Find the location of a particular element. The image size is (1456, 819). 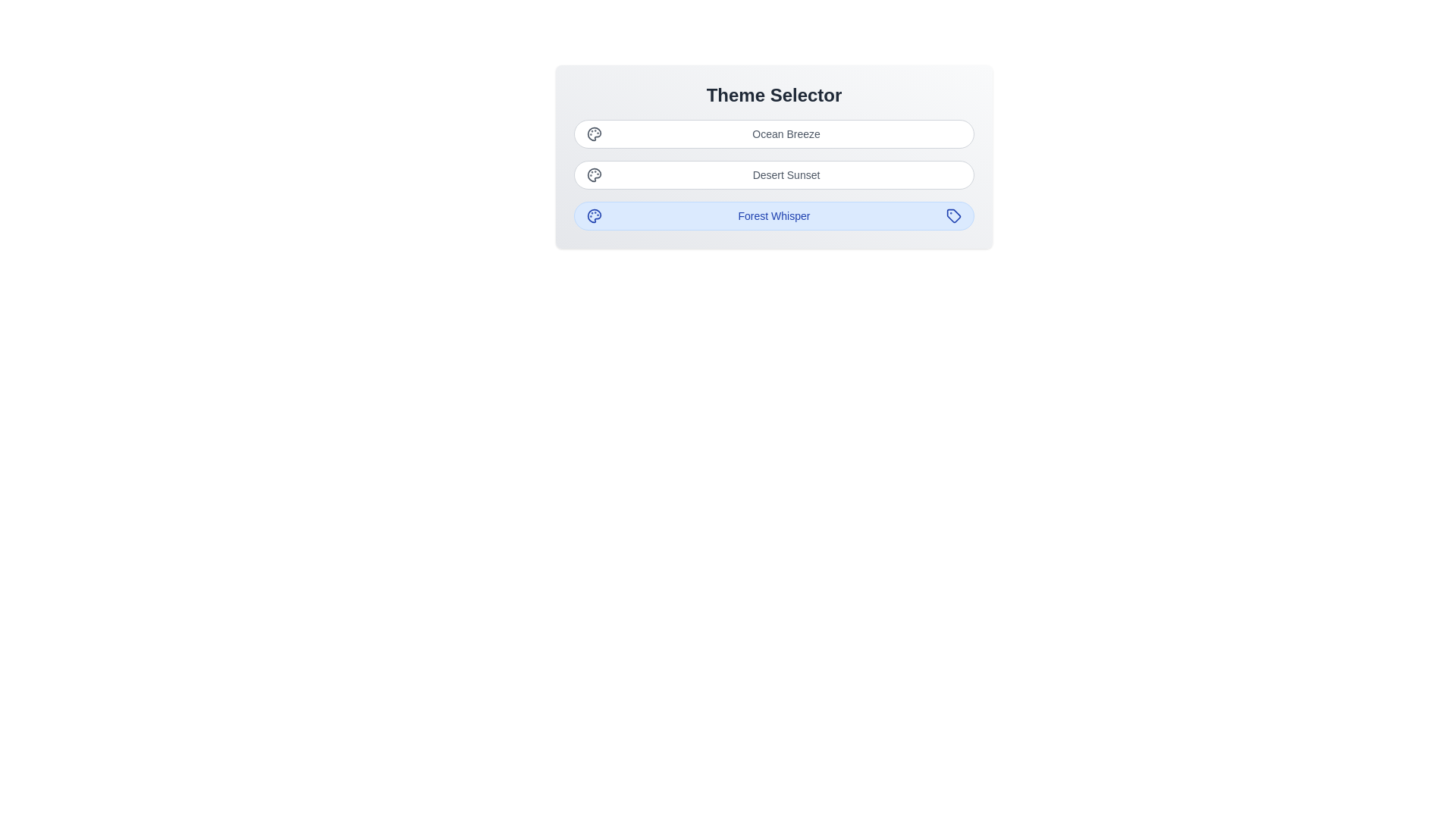

the button corresponding to the theme Ocean Breeze is located at coordinates (774, 133).